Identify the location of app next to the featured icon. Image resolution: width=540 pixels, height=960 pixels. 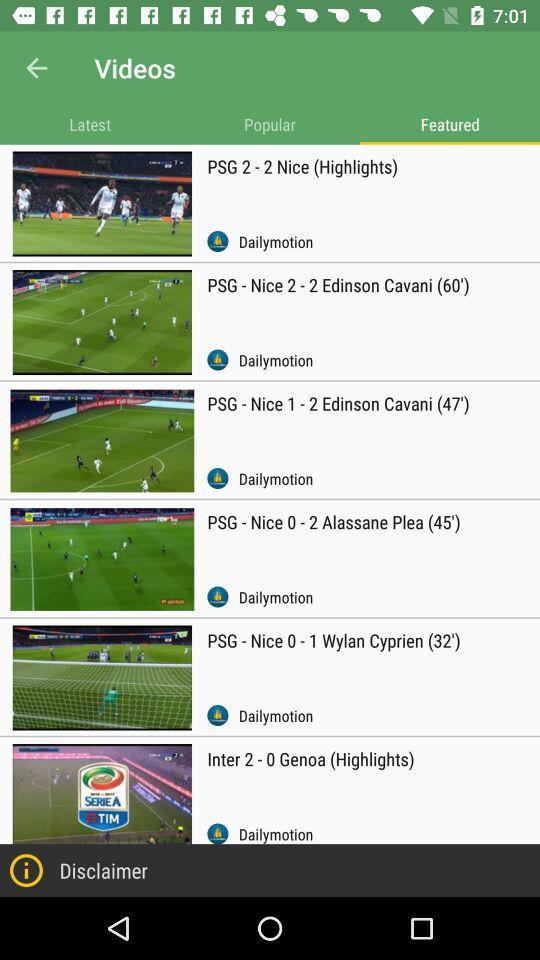
(270, 123).